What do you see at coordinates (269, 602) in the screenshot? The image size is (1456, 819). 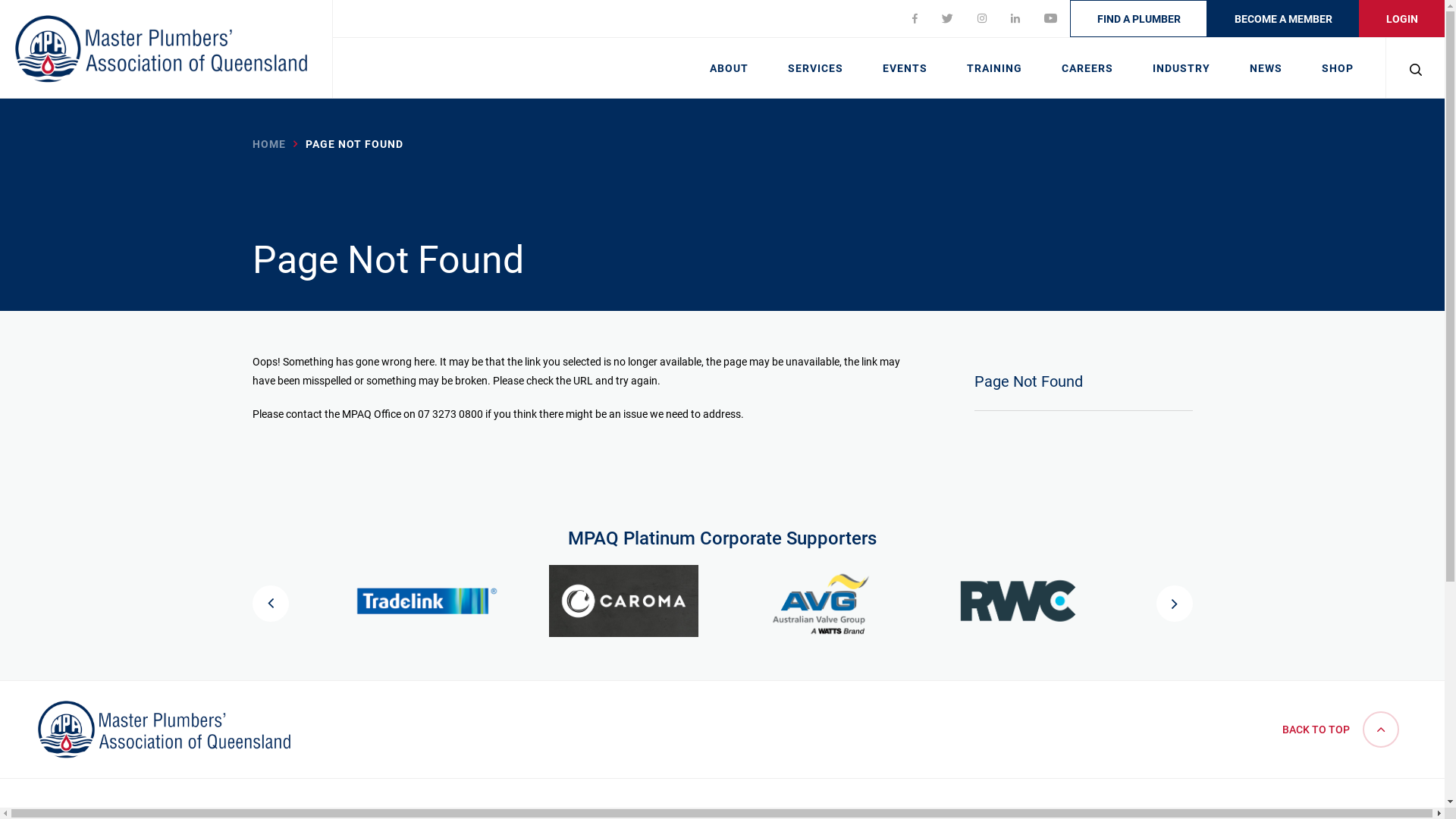 I see `'Previous'` at bounding box center [269, 602].